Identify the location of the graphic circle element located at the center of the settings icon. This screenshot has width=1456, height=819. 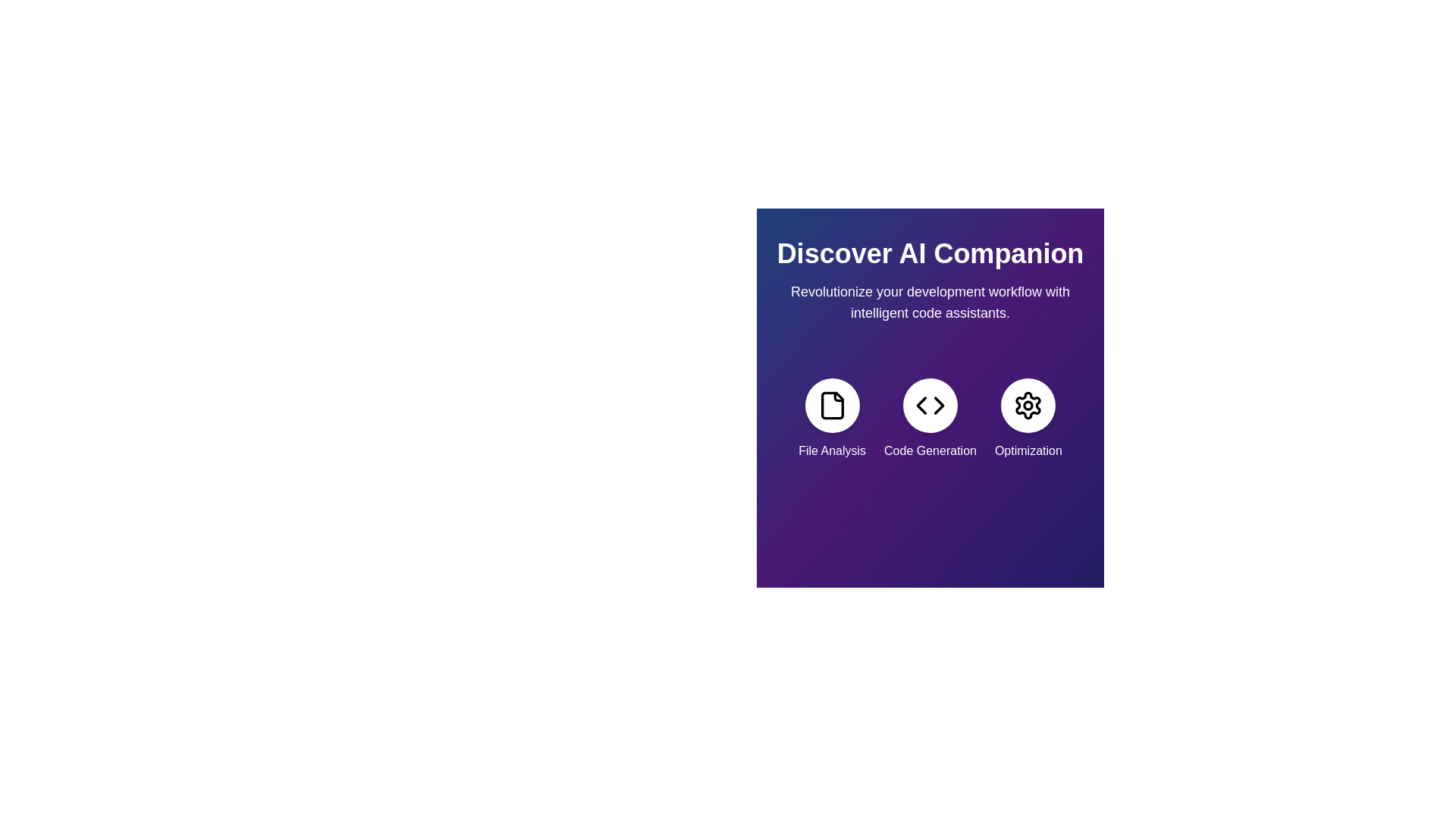
(1028, 405).